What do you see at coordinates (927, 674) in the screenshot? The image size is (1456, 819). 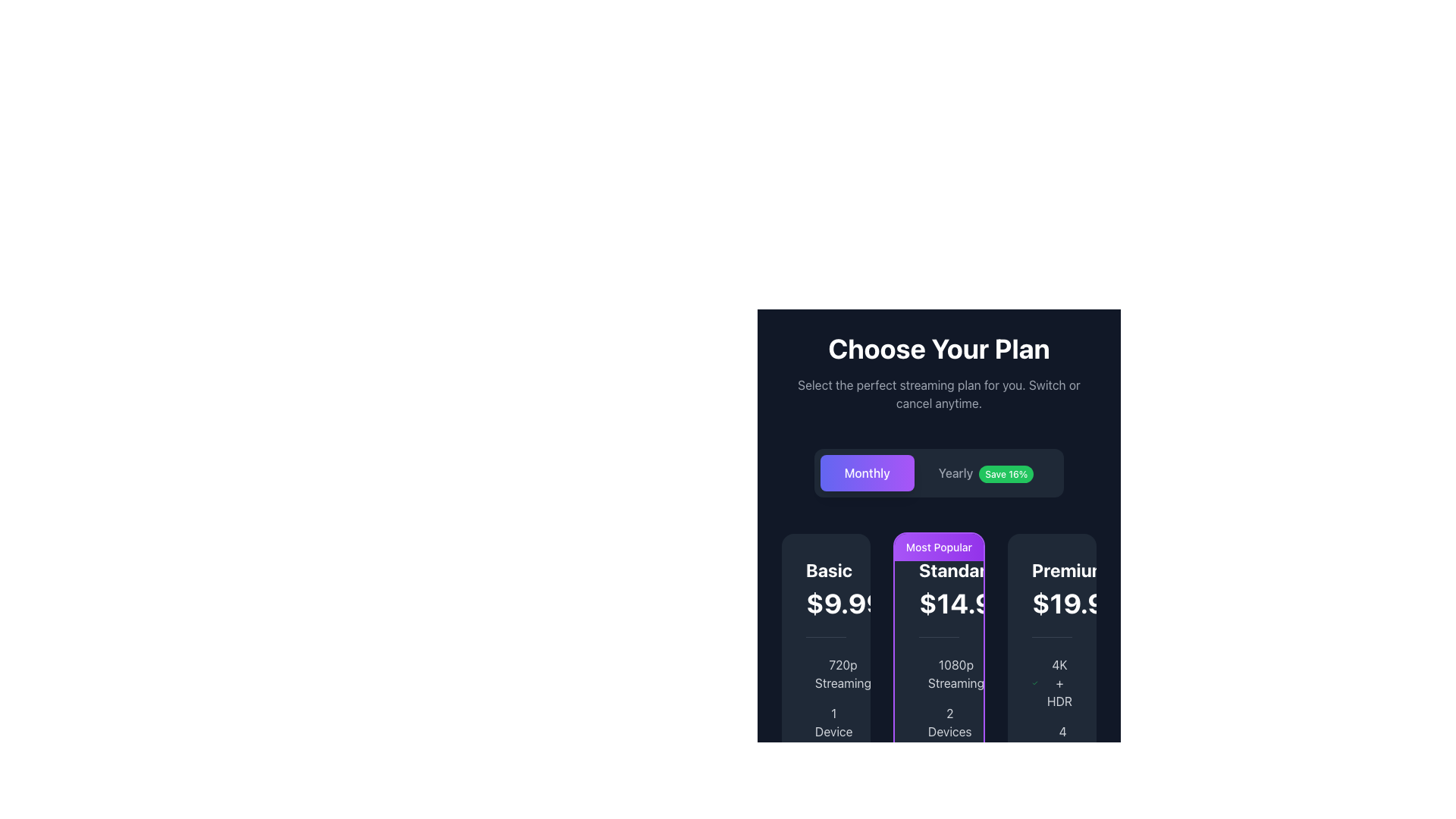 I see `the checkmark icon indicating the '1080p Streaming' feature within the 'Standard' pricing plan` at bounding box center [927, 674].